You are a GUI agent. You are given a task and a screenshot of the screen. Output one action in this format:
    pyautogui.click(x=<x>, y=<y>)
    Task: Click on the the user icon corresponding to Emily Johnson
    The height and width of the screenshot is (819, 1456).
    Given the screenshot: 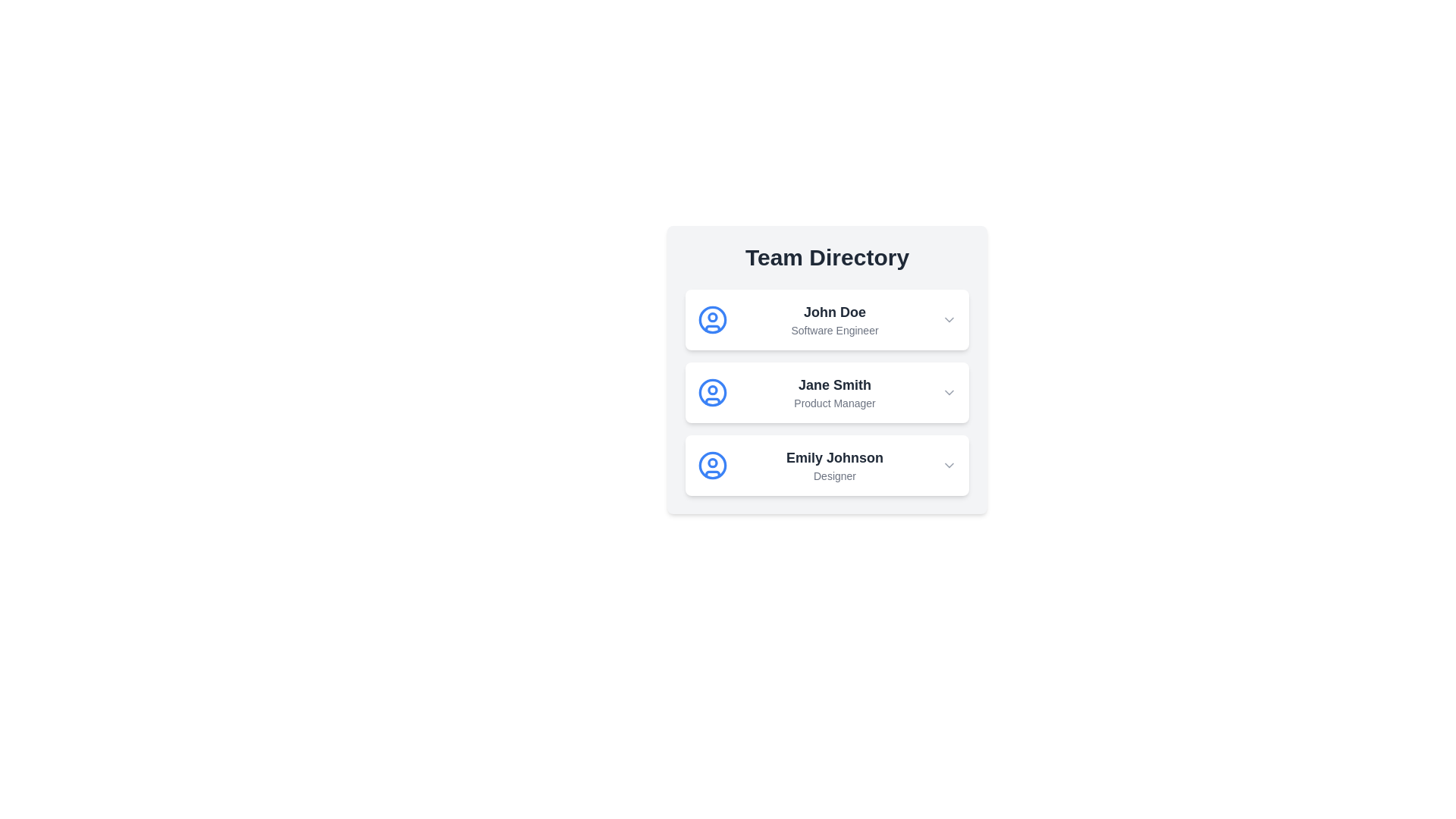 What is the action you would take?
    pyautogui.click(x=712, y=464)
    